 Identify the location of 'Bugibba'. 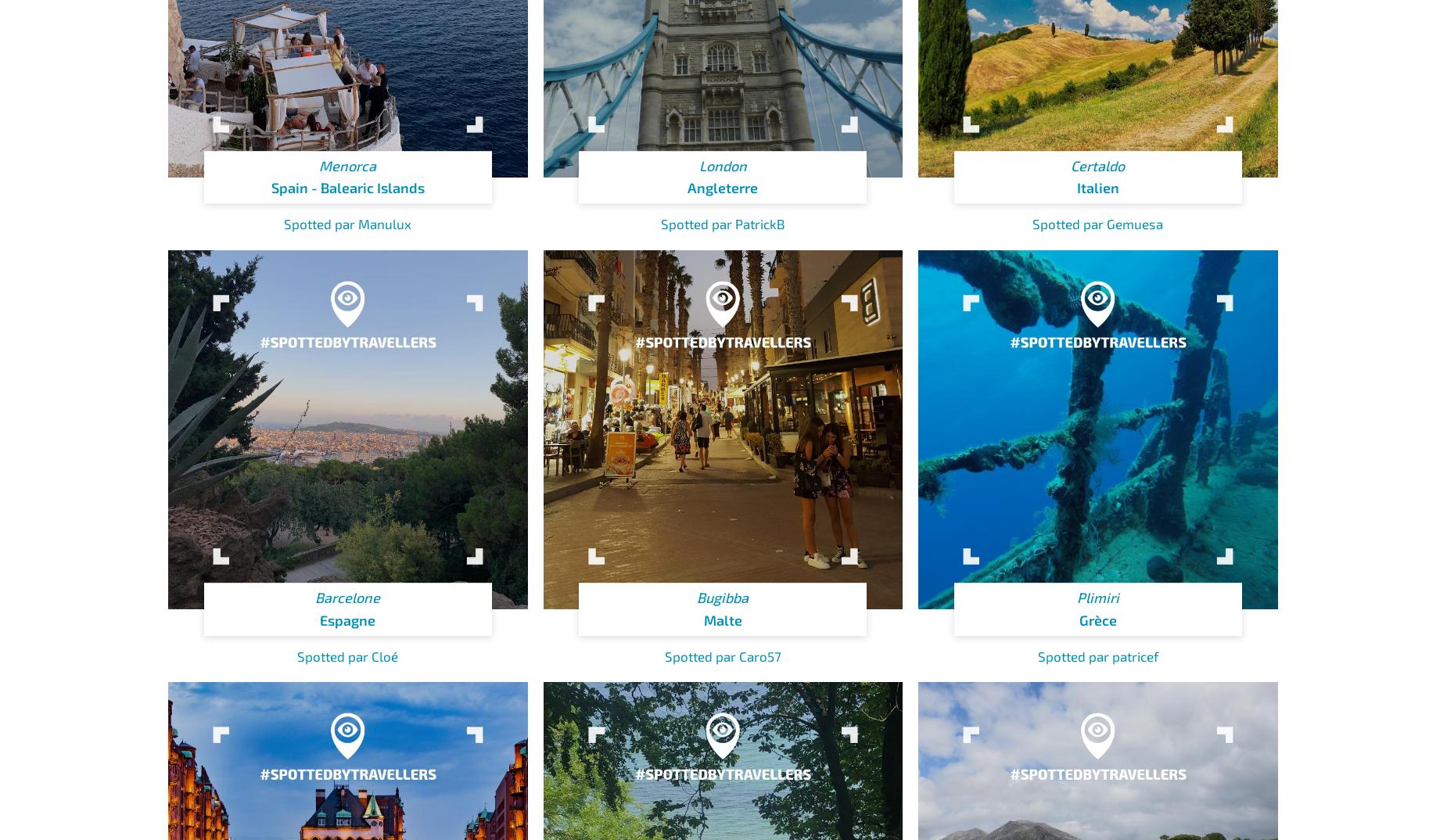
(723, 597).